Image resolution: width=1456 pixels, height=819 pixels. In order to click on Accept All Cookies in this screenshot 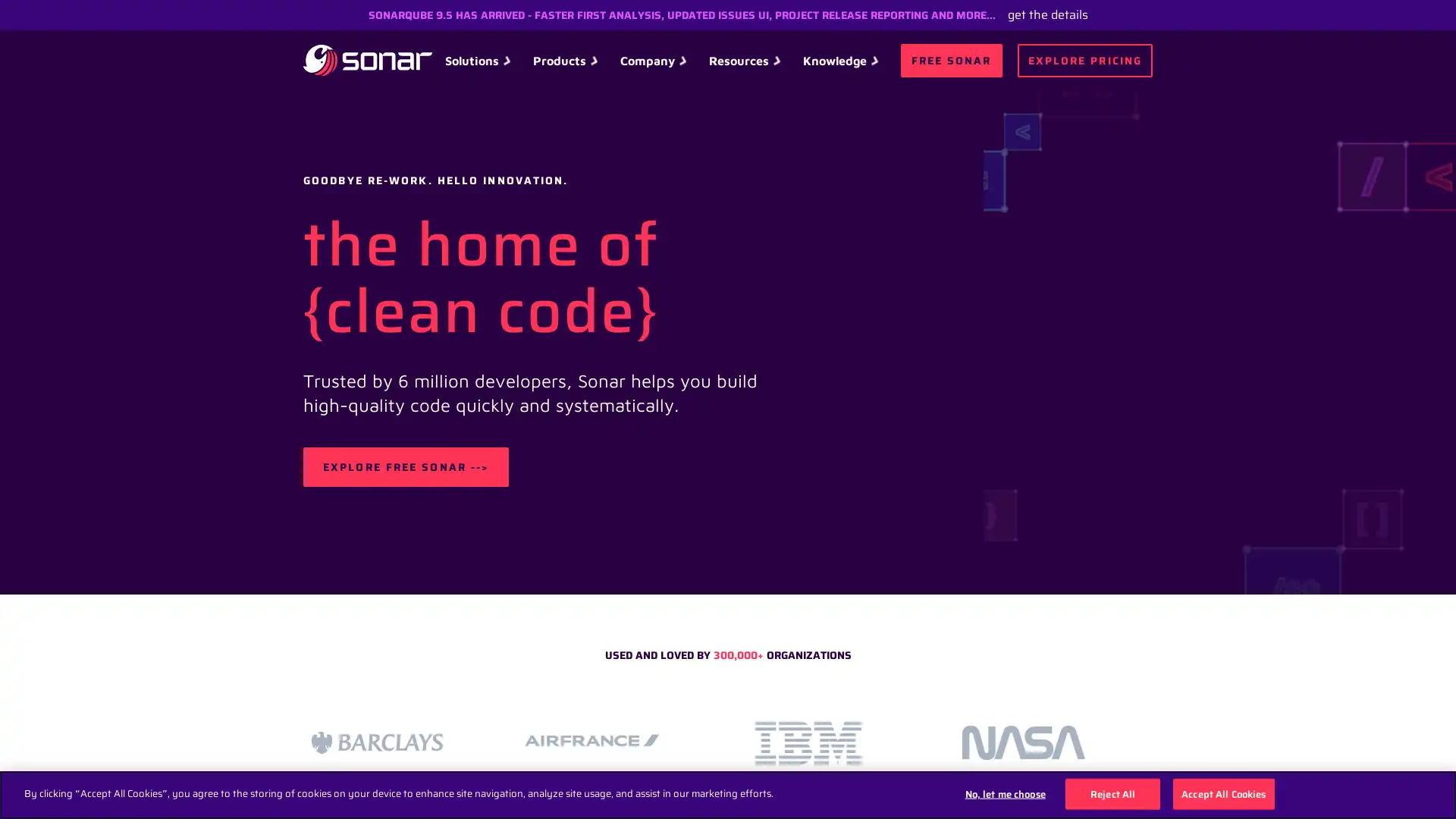, I will do `click(1223, 792)`.